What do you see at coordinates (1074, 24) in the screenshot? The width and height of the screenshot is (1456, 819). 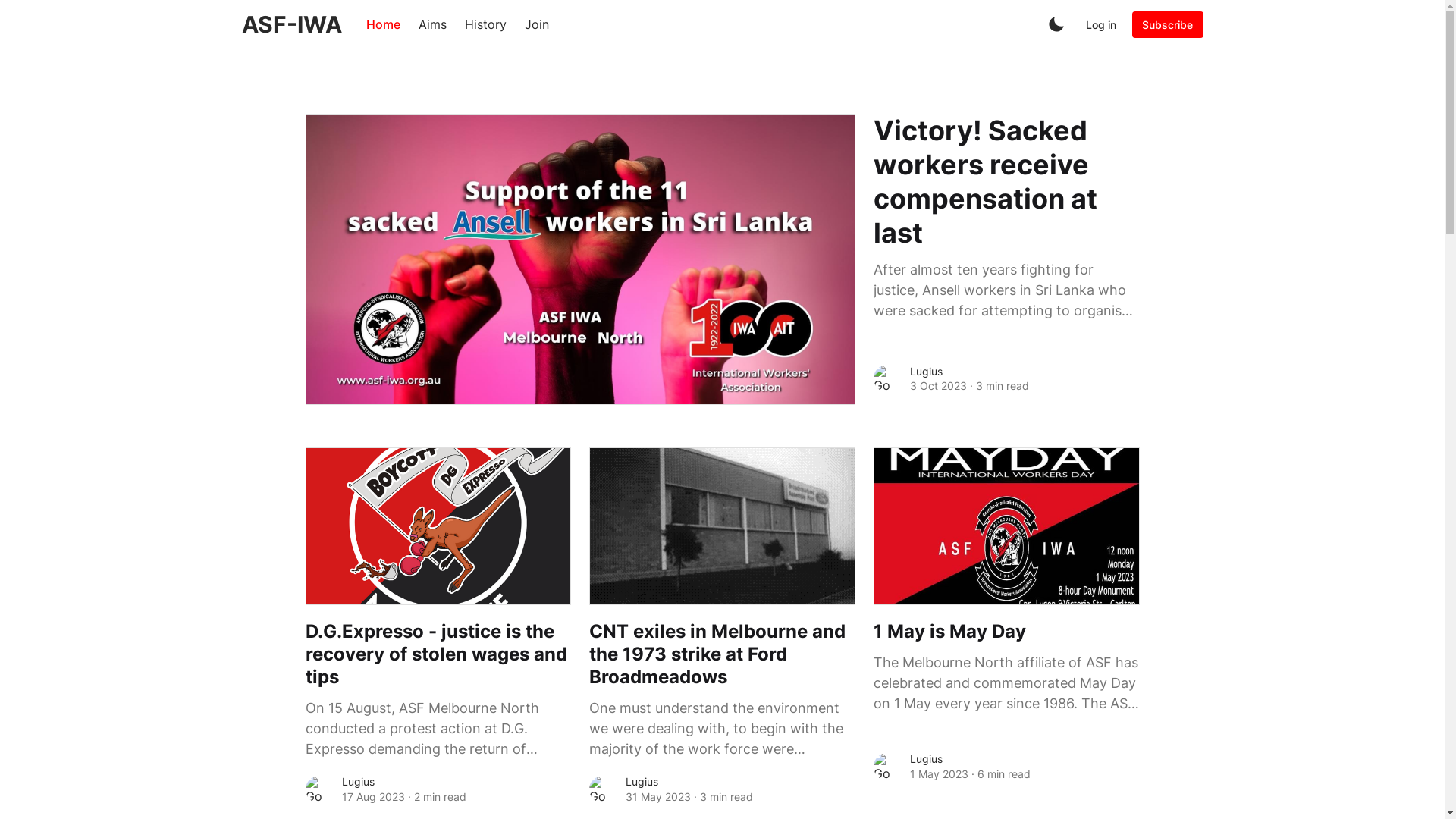 I see `'Log in'` at bounding box center [1074, 24].